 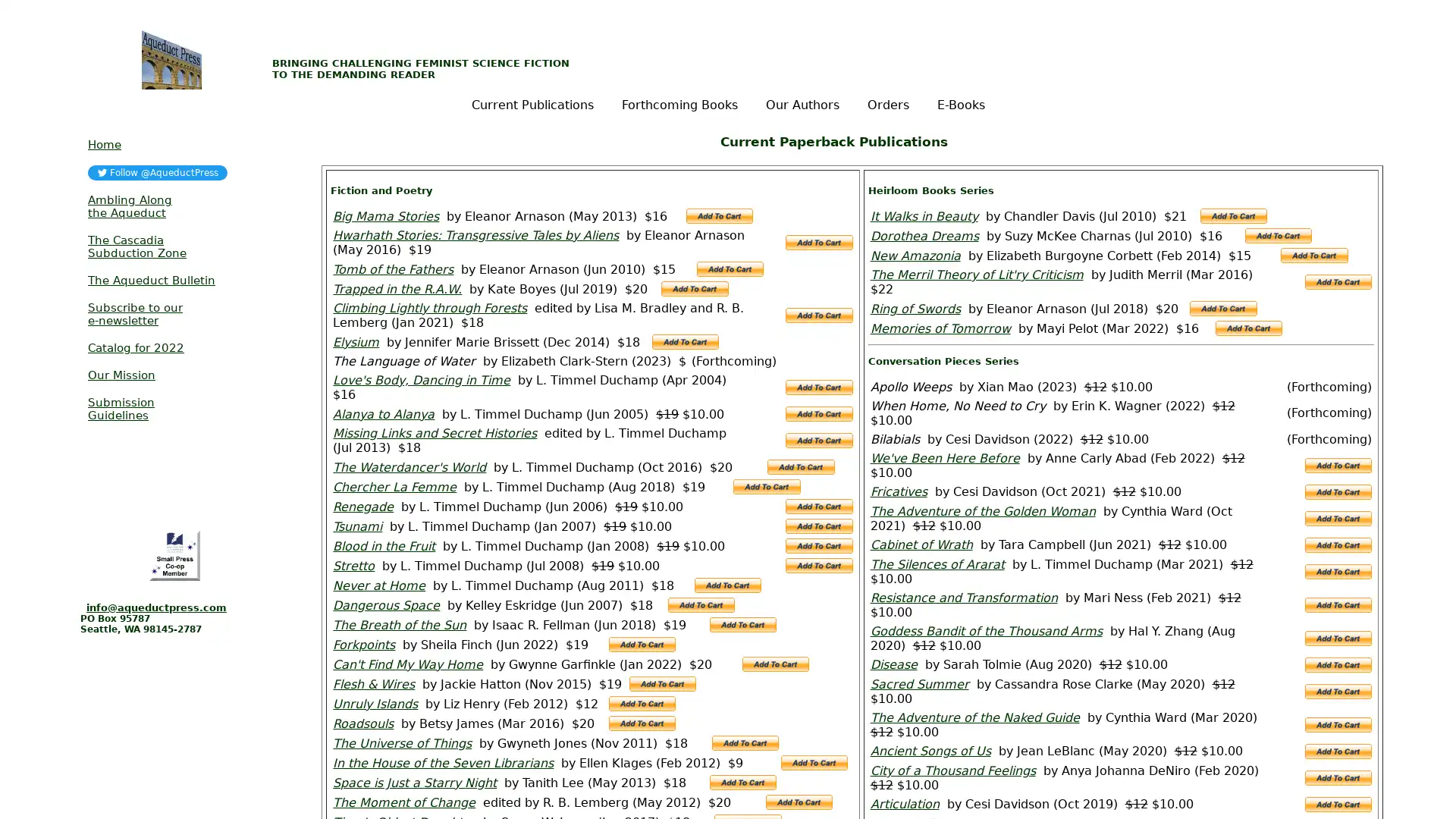 What do you see at coordinates (818, 315) in the screenshot?
I see `Make payments with PayPal - it\'s fast, free and secure!` at bounding box center [818, 315].